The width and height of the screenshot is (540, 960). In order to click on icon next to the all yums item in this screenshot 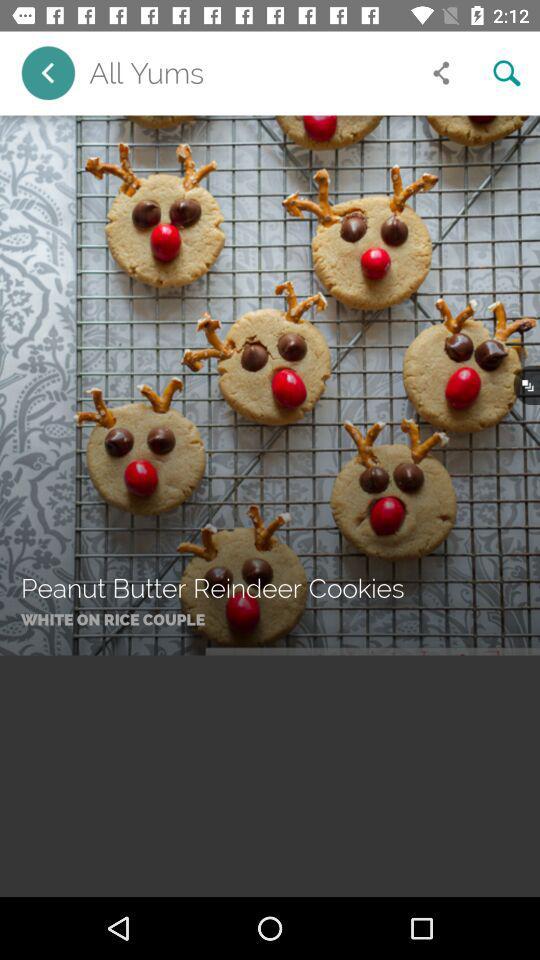, I will do `click(441, 73)`.